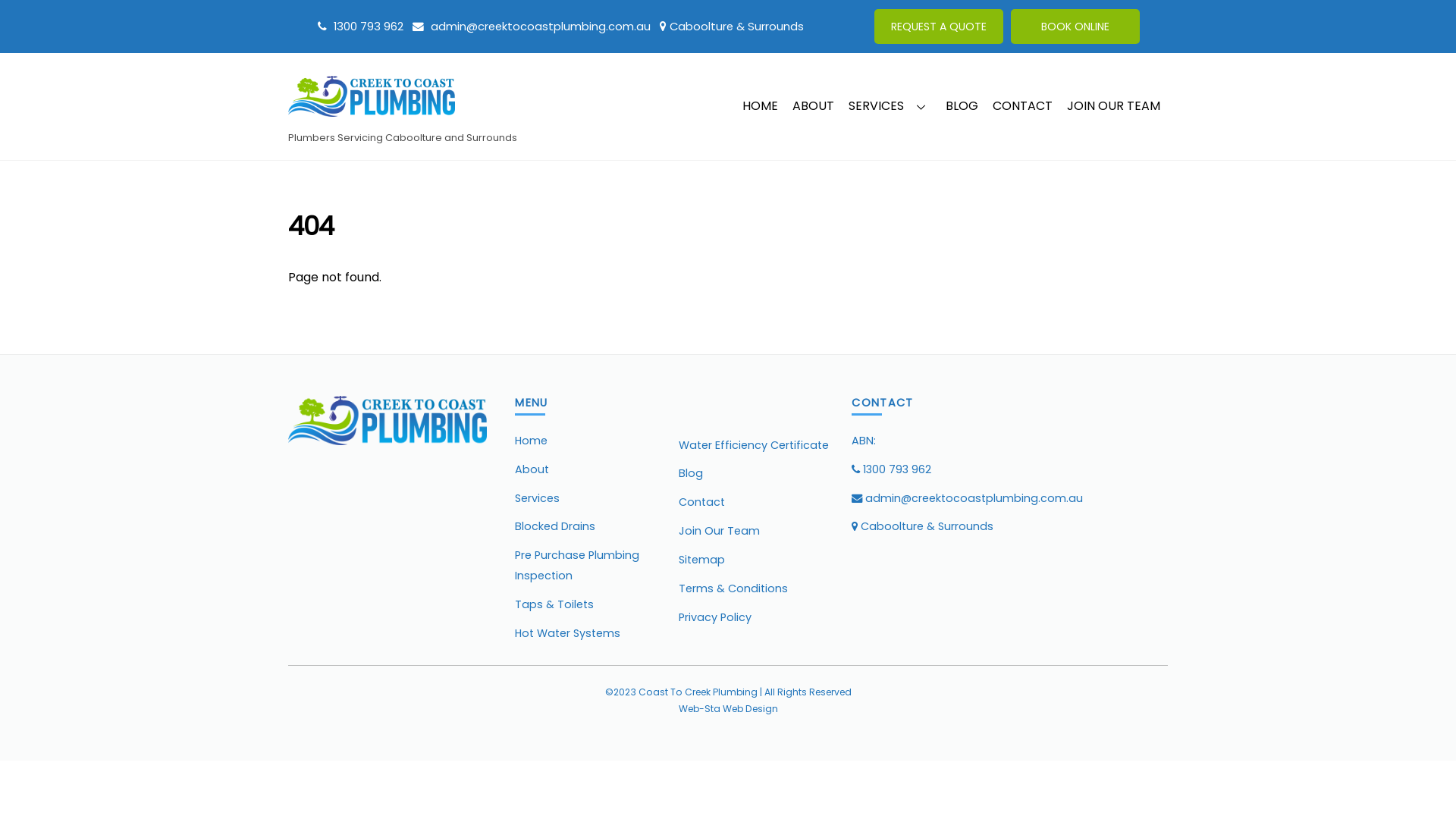  What do you see at coordinates (714, 617) in the screenshot?
I see `'Privacy Policy'` at bounding box center [714, 617].